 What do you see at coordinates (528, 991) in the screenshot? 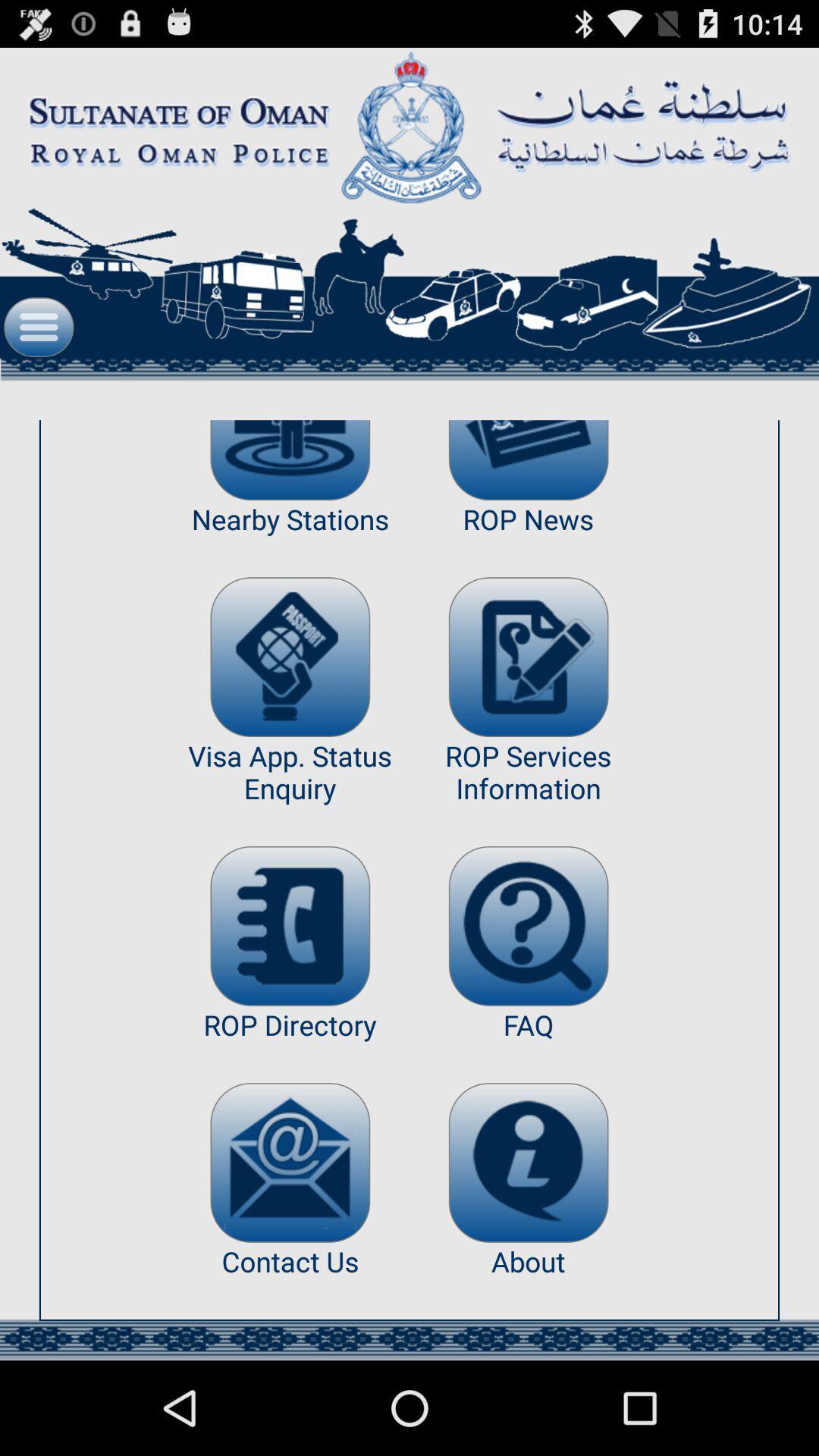
I see `the help icon` at bounding box center [528, 991].